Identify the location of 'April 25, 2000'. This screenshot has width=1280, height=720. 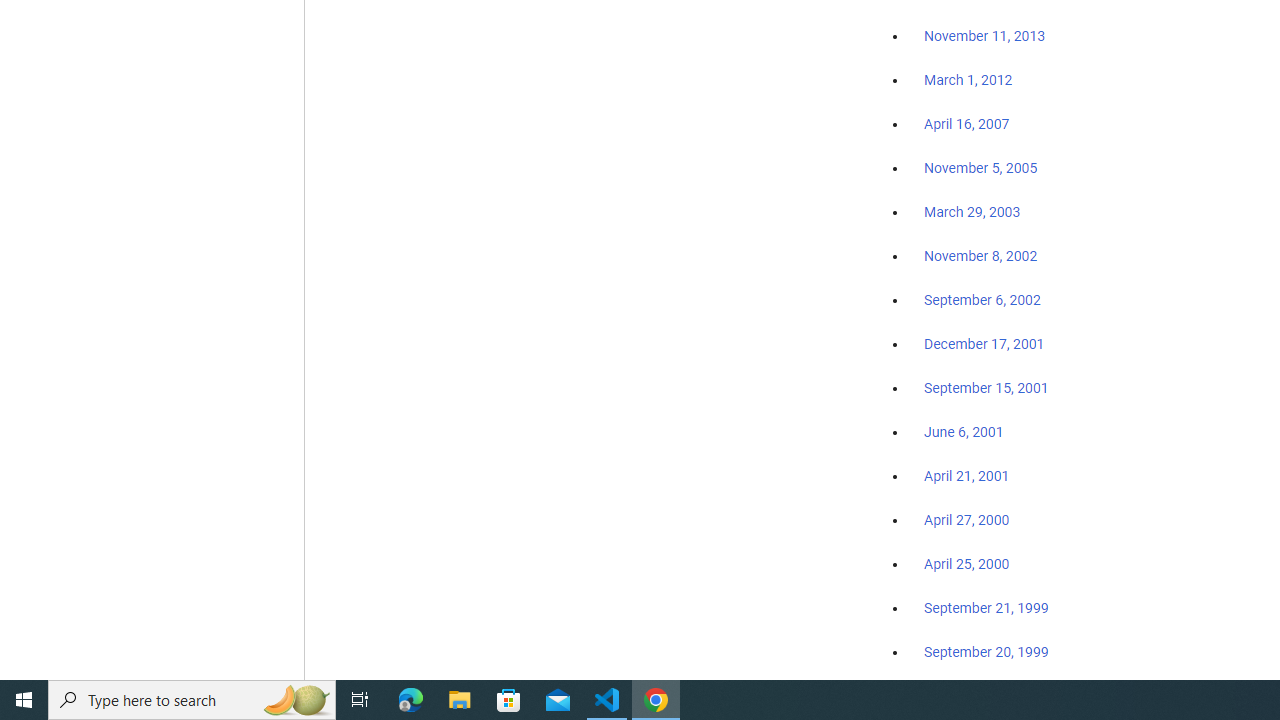
(967, 564).